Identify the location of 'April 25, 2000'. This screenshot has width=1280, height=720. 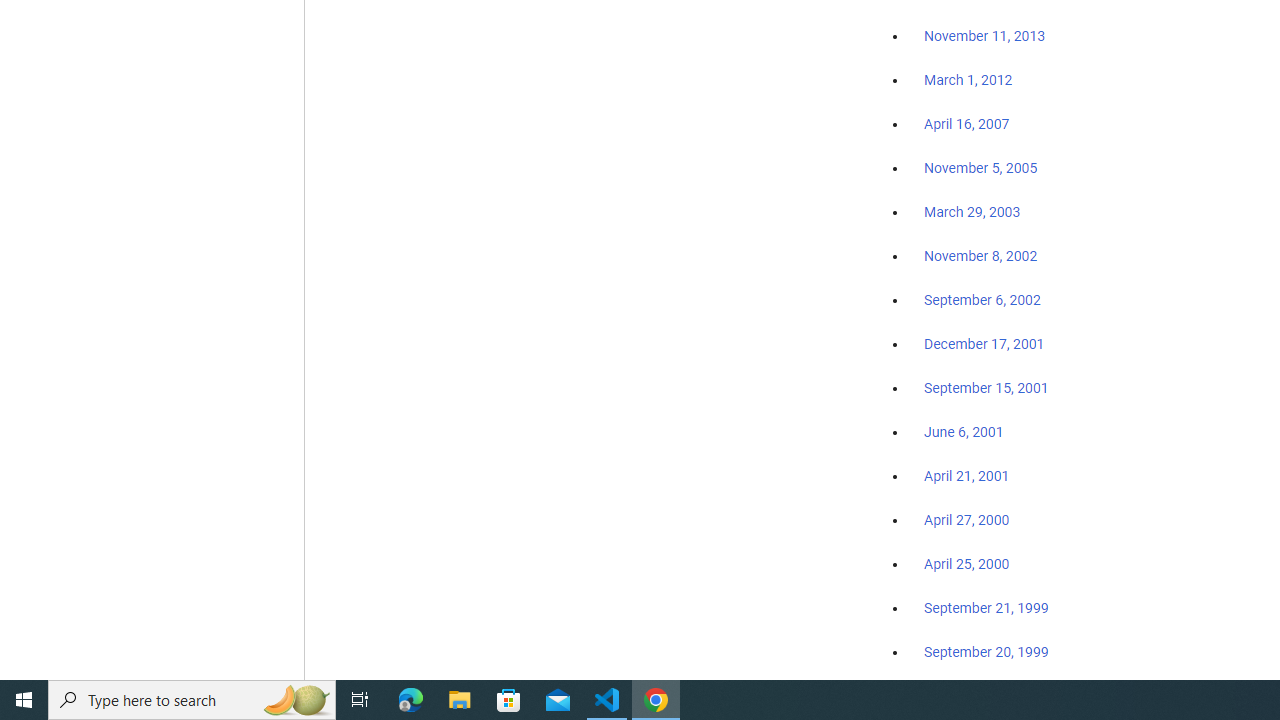
(967, 564).